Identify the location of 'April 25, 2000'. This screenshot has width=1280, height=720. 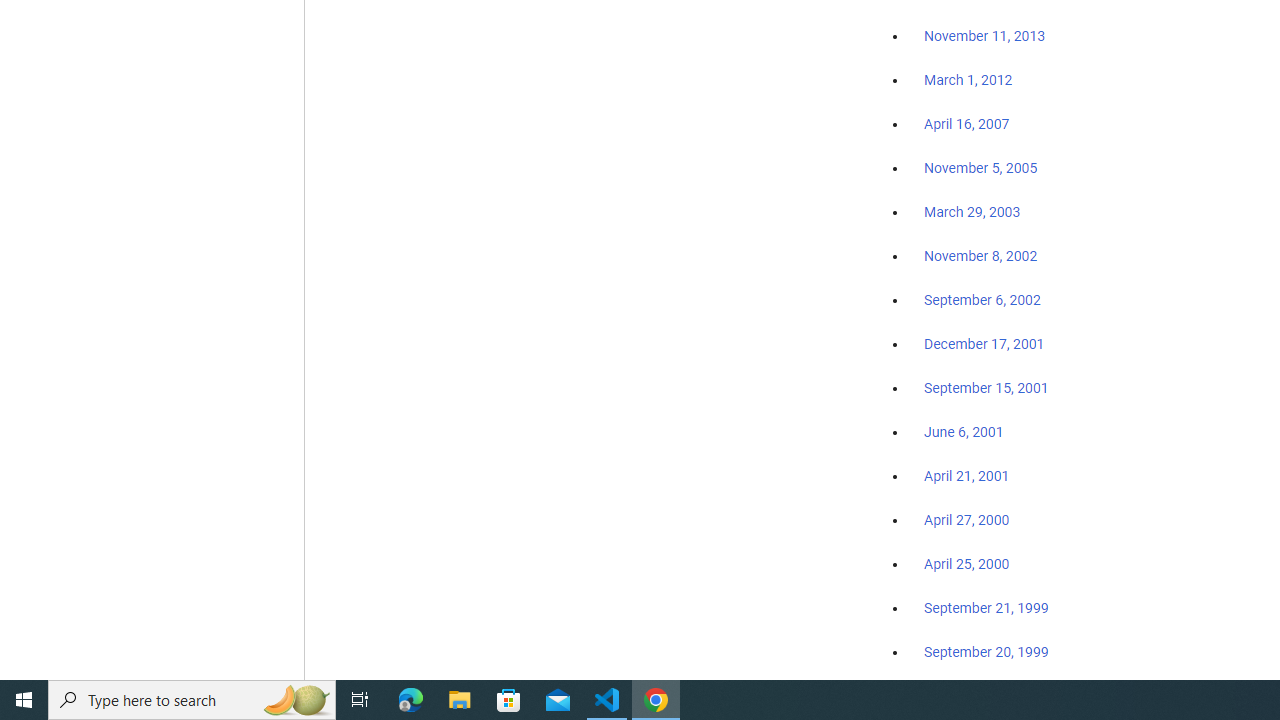
(967, 564).